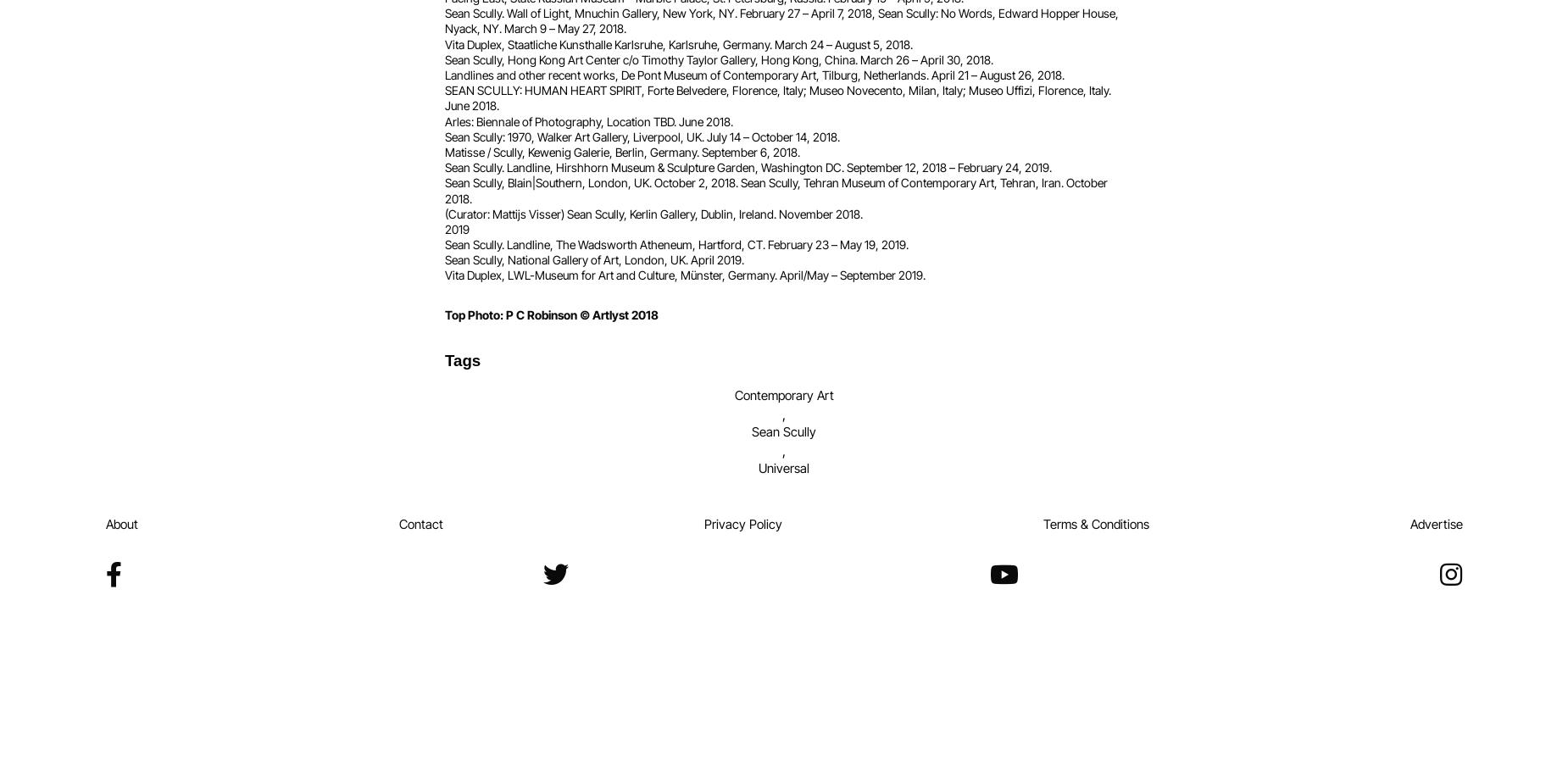 The image size is (1568, 784). I want to click on 'Sean Scully. Wall of Light, Mnuchin Gallery, New York, NY. February 27 – April 7, 2018, Sean Scully: No Words, Edward Hopper House, Nyack, NY. March 9 – May 27, 2018.', so click(781, 19).